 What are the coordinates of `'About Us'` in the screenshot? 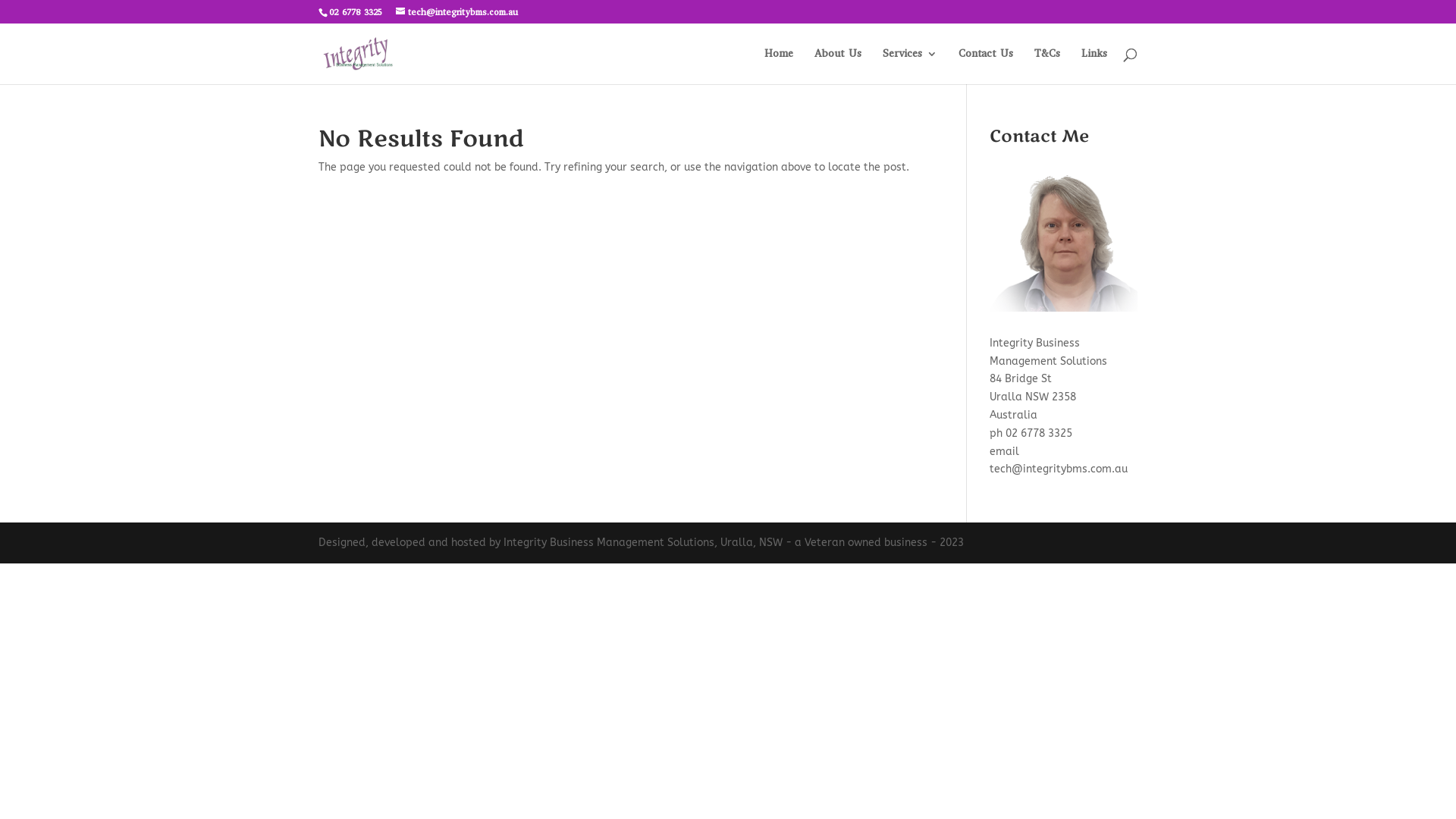 It's located at (836, 65).